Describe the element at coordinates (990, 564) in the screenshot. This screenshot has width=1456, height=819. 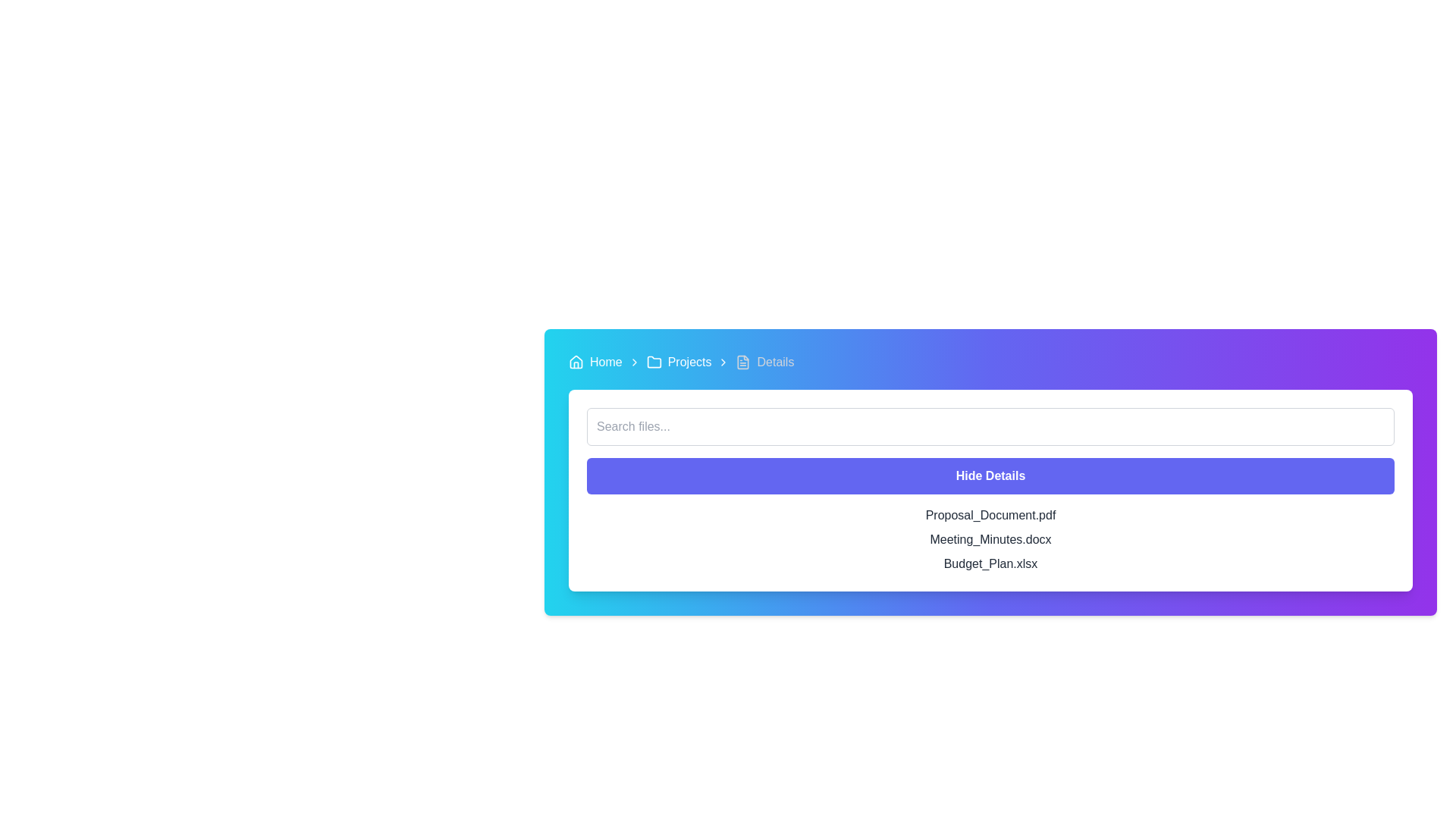
I see `the text label displaying the filename 'Budget_Plan.xlsx', which is the third item in a vertically stacked list of filenames` at that location.